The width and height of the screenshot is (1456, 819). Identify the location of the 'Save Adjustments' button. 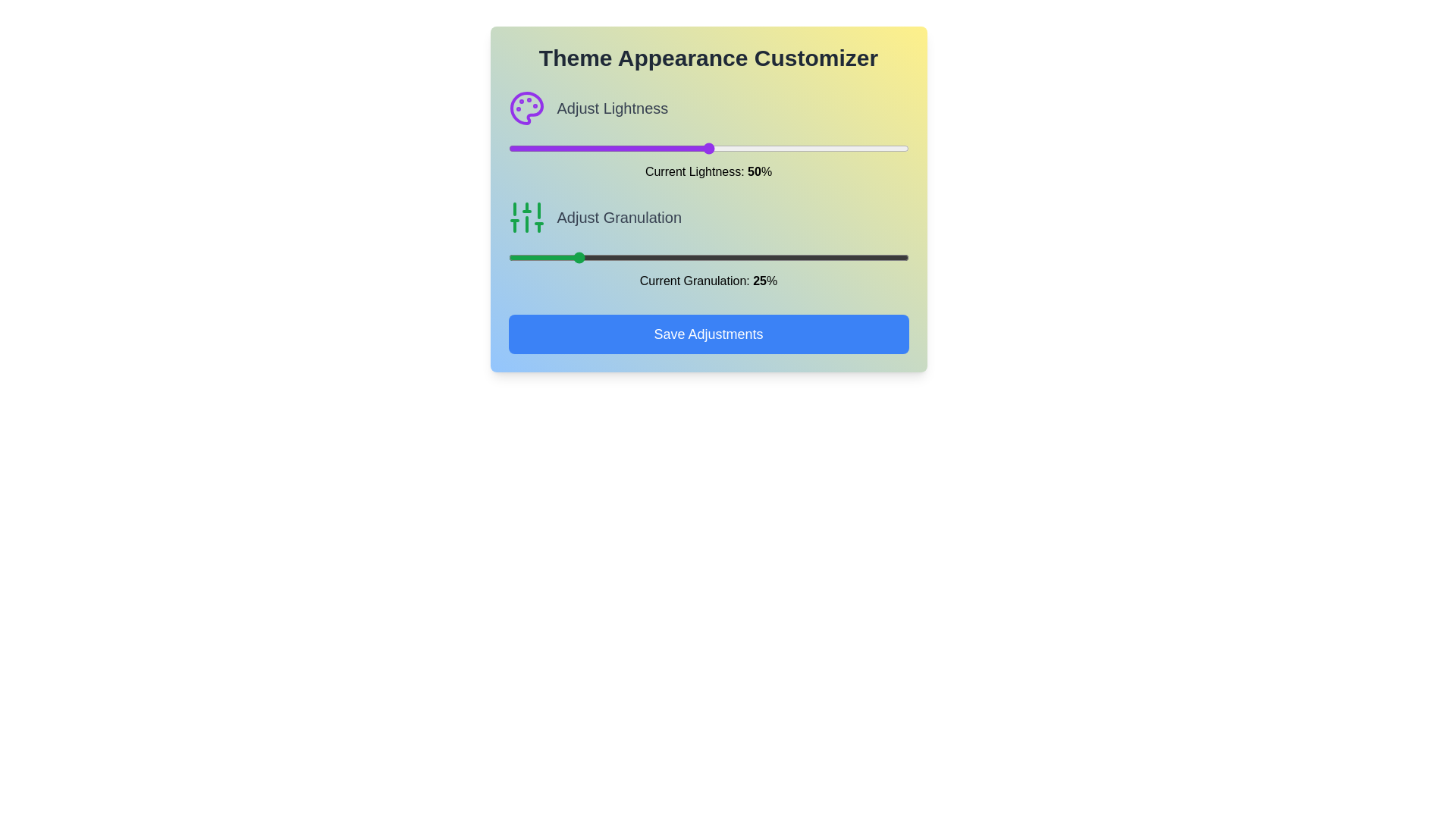
(708, 333).